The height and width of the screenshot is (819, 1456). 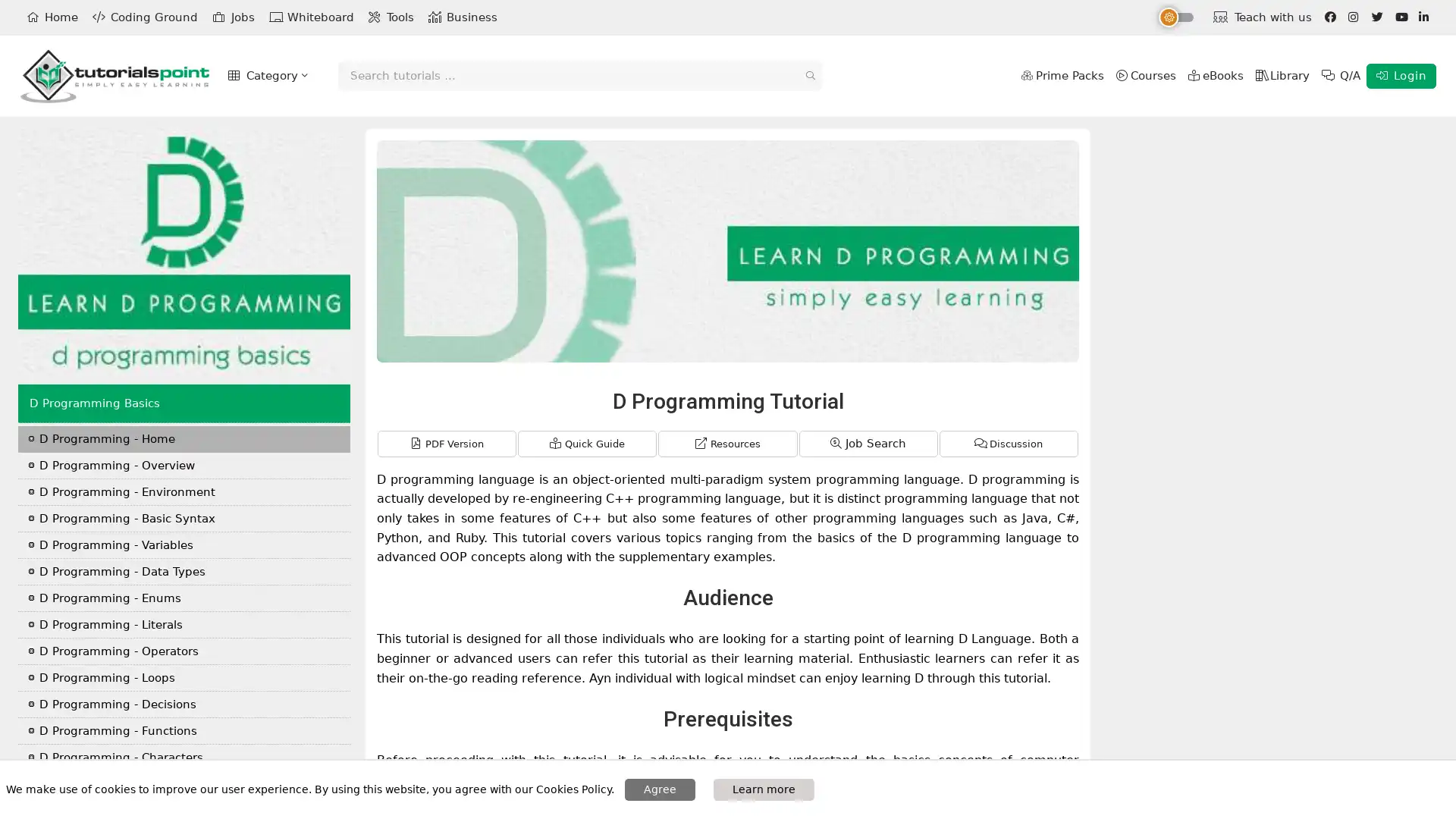 I want to click on Resources, so click(x=726, y=427).